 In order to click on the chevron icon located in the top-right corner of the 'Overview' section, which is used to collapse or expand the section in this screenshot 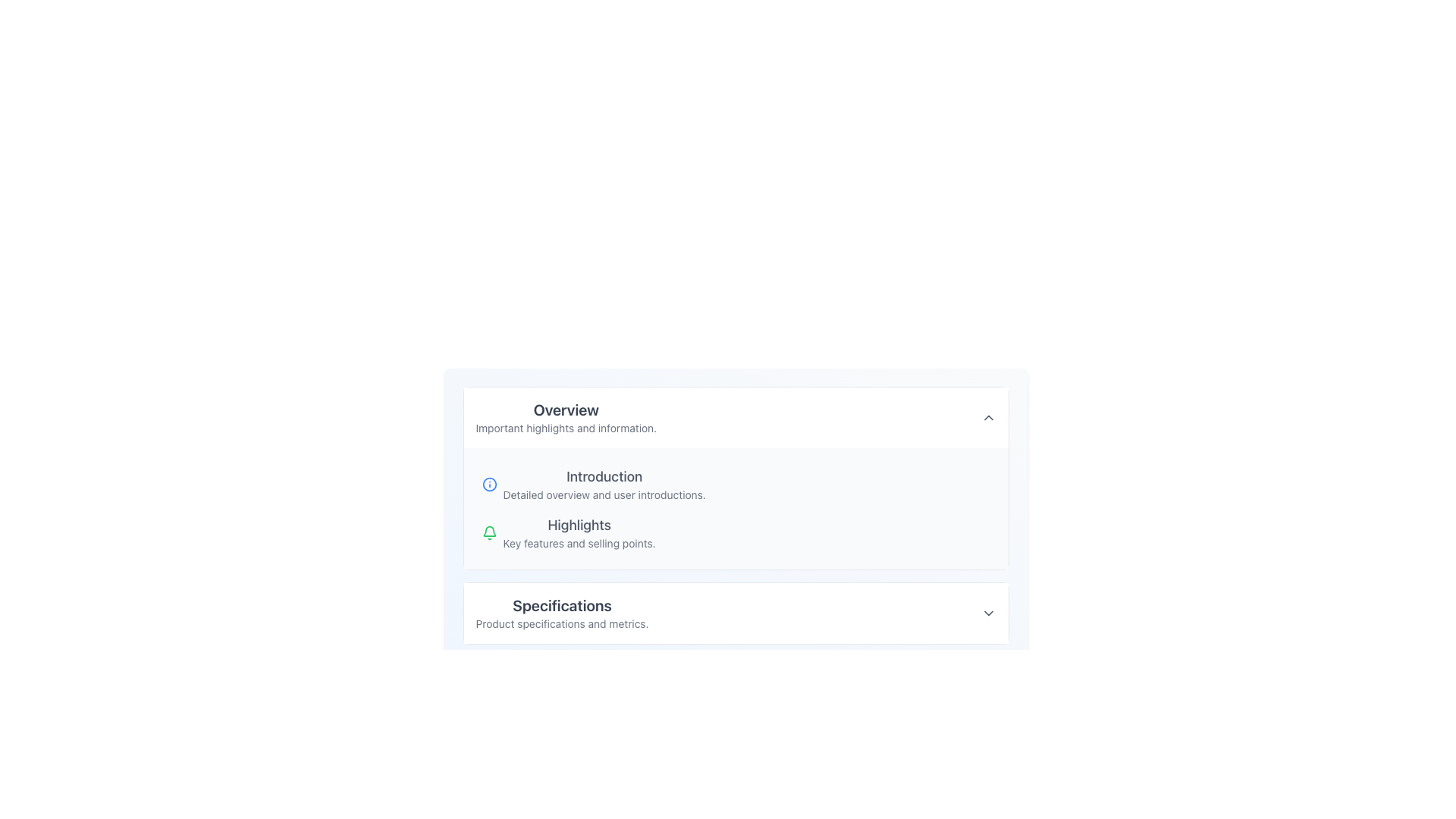, I will do `click(988, 418)`.